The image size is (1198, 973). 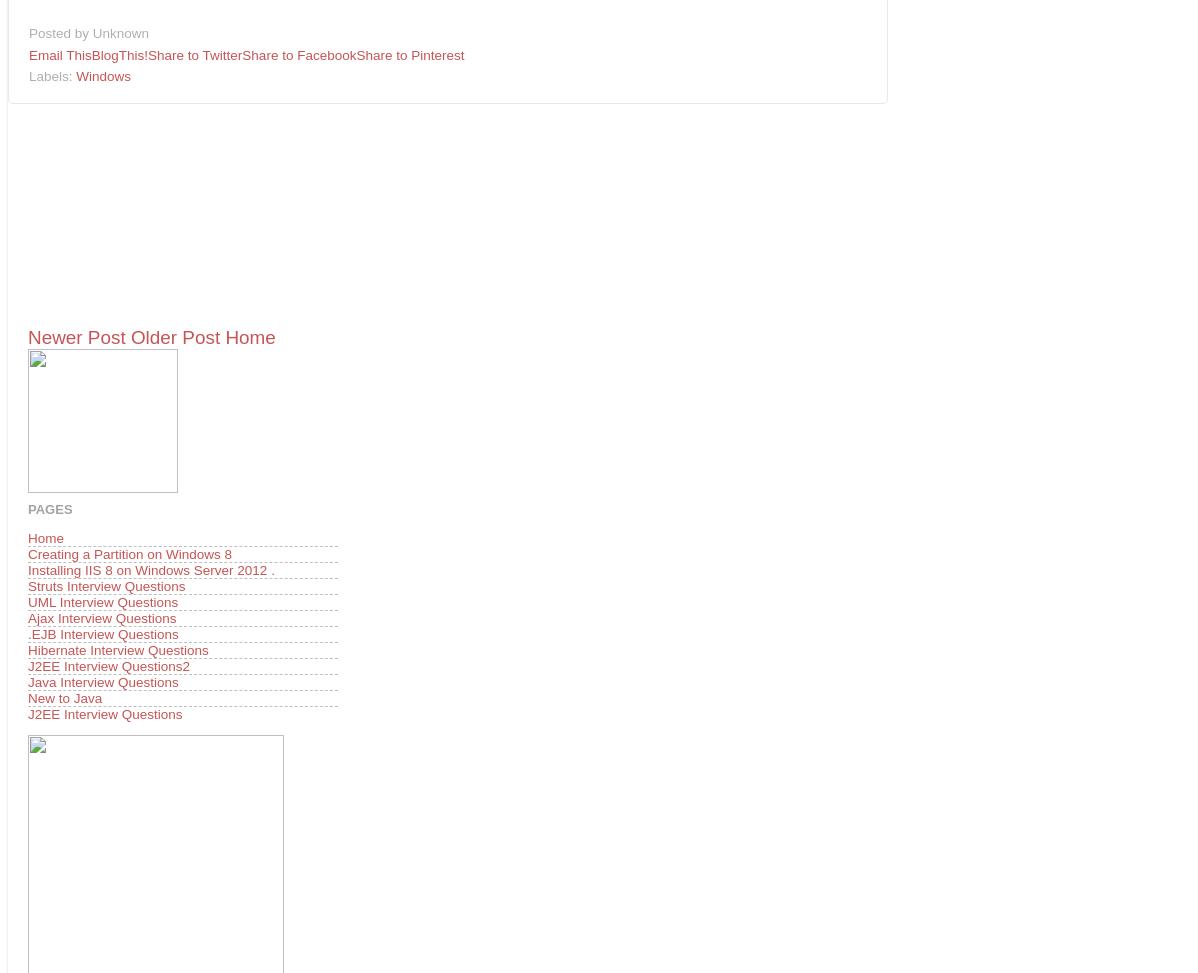 I want to click on 'UML Interview Questions', so click(x=102, y=601).